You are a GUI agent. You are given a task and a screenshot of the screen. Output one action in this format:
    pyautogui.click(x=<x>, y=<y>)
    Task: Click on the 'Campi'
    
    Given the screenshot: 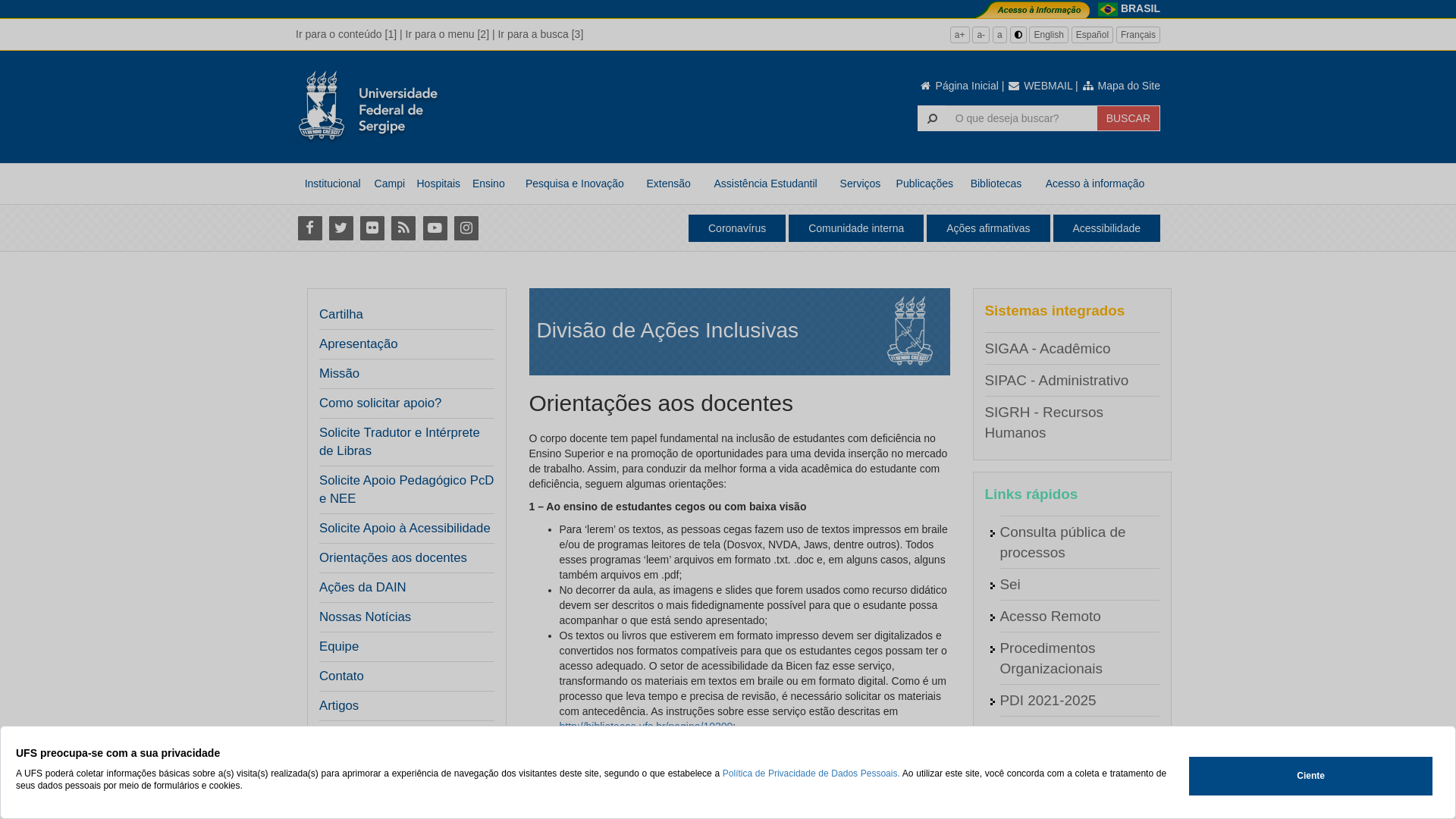 What is the action you would take?
    pyautogui.click(x=389, y=183)
    